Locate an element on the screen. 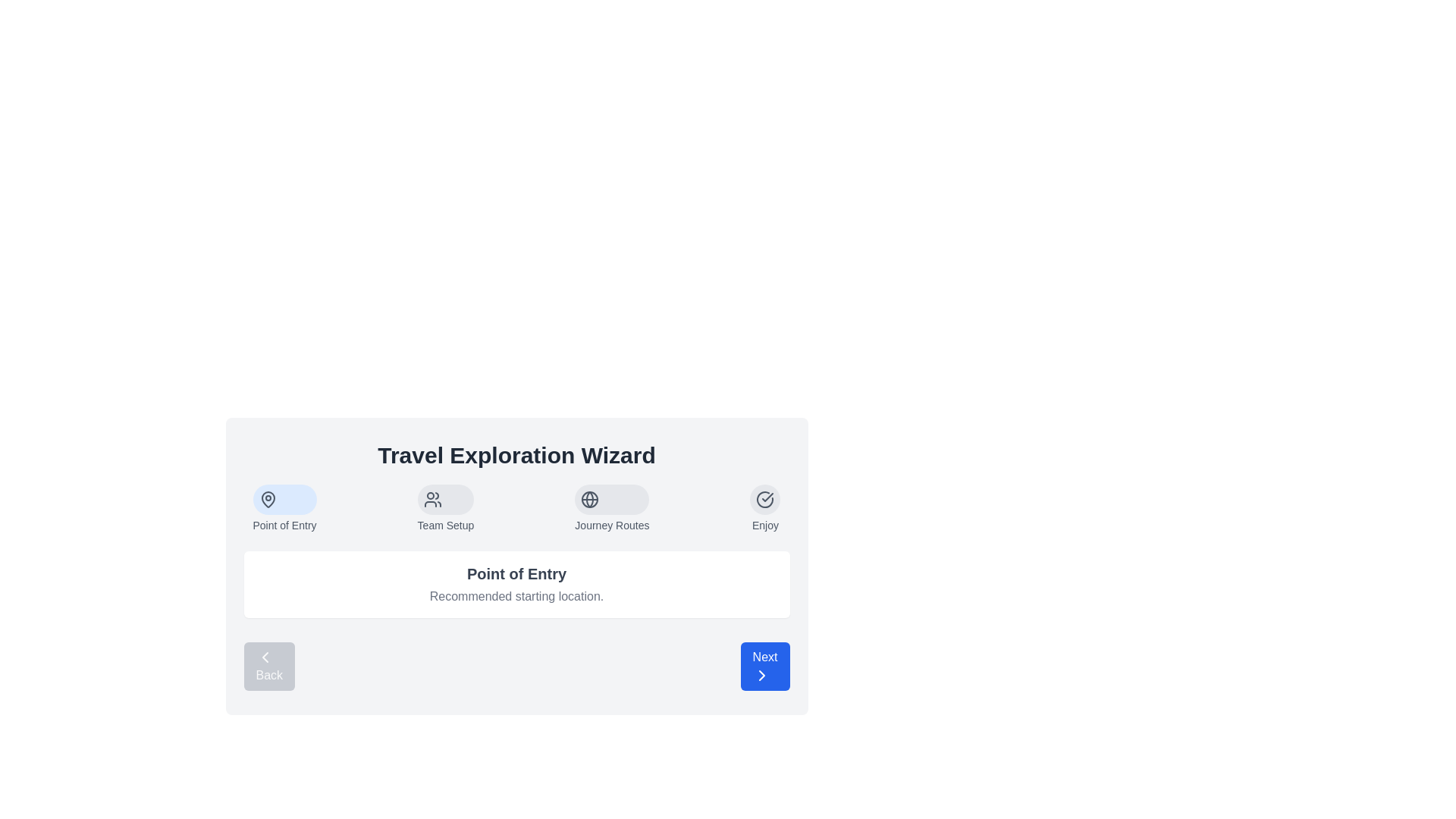  the 'Team Setup' button, which features an icon of users above the text in a light gray rounded rectangle, using keyboard navigation is located at coordinates (444, 509).